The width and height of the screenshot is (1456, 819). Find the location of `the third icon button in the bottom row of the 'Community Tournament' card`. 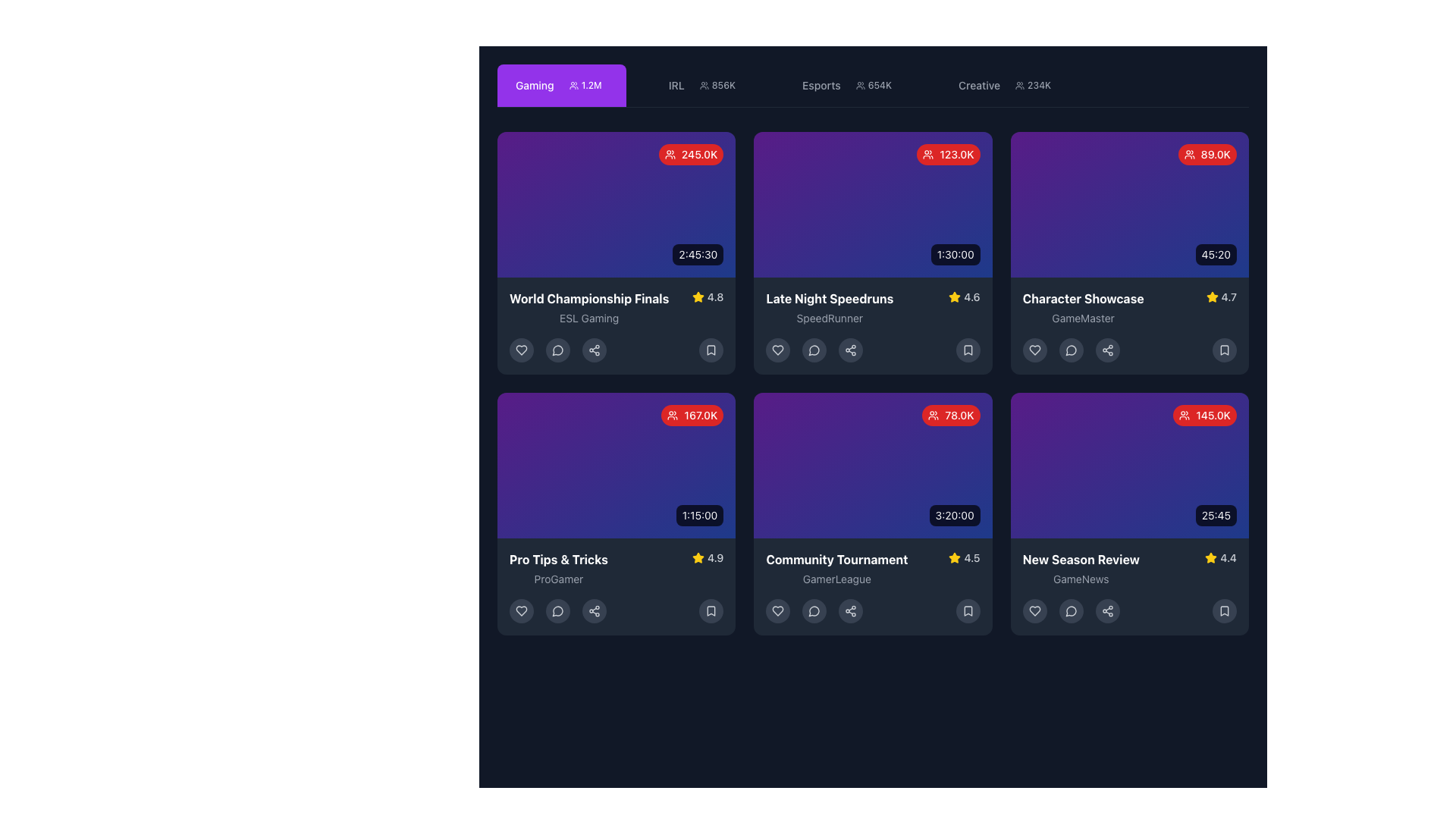

the third icon button in the bottom row of the 'Community Tournament' card is located at coordinates (814, 610).